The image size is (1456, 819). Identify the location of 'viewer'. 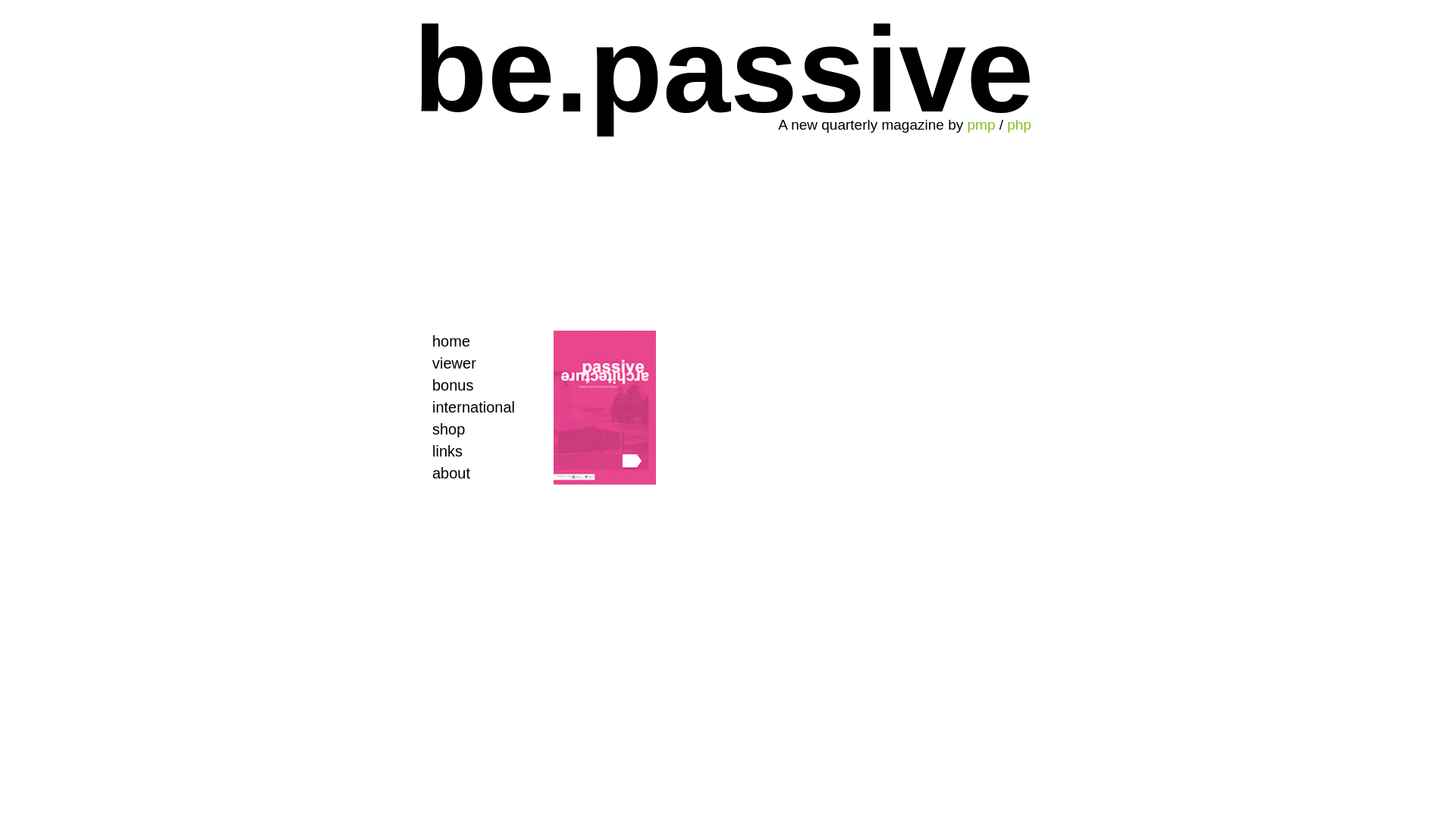
(469, 363).